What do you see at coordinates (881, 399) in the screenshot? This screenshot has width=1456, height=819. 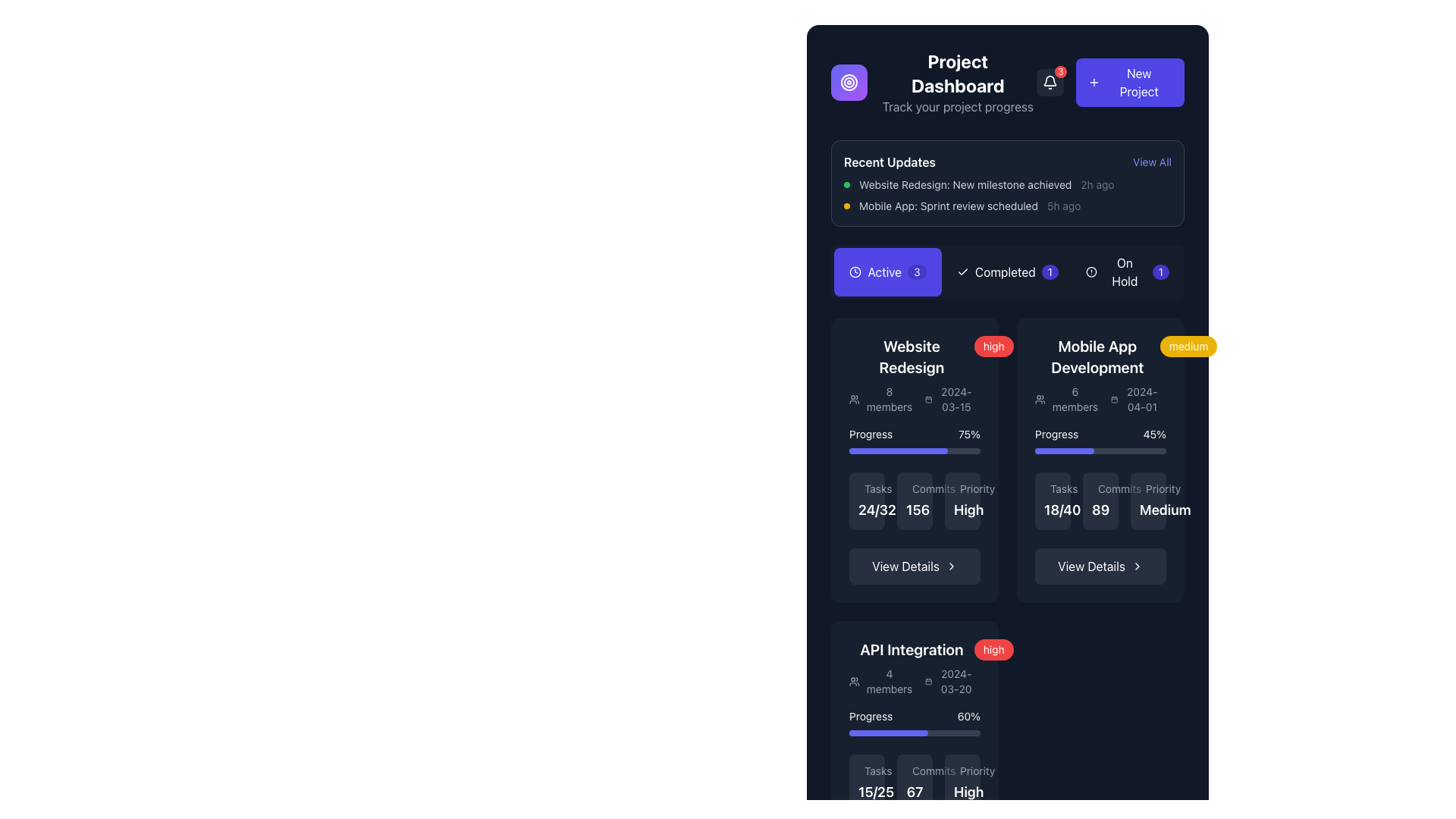 I see `the informational text displaying '8 members' adjacent to a user icon, located in the 'Website Redesign' box under the 'Active' tab on the dashboard` at bounding box center [881, 399].